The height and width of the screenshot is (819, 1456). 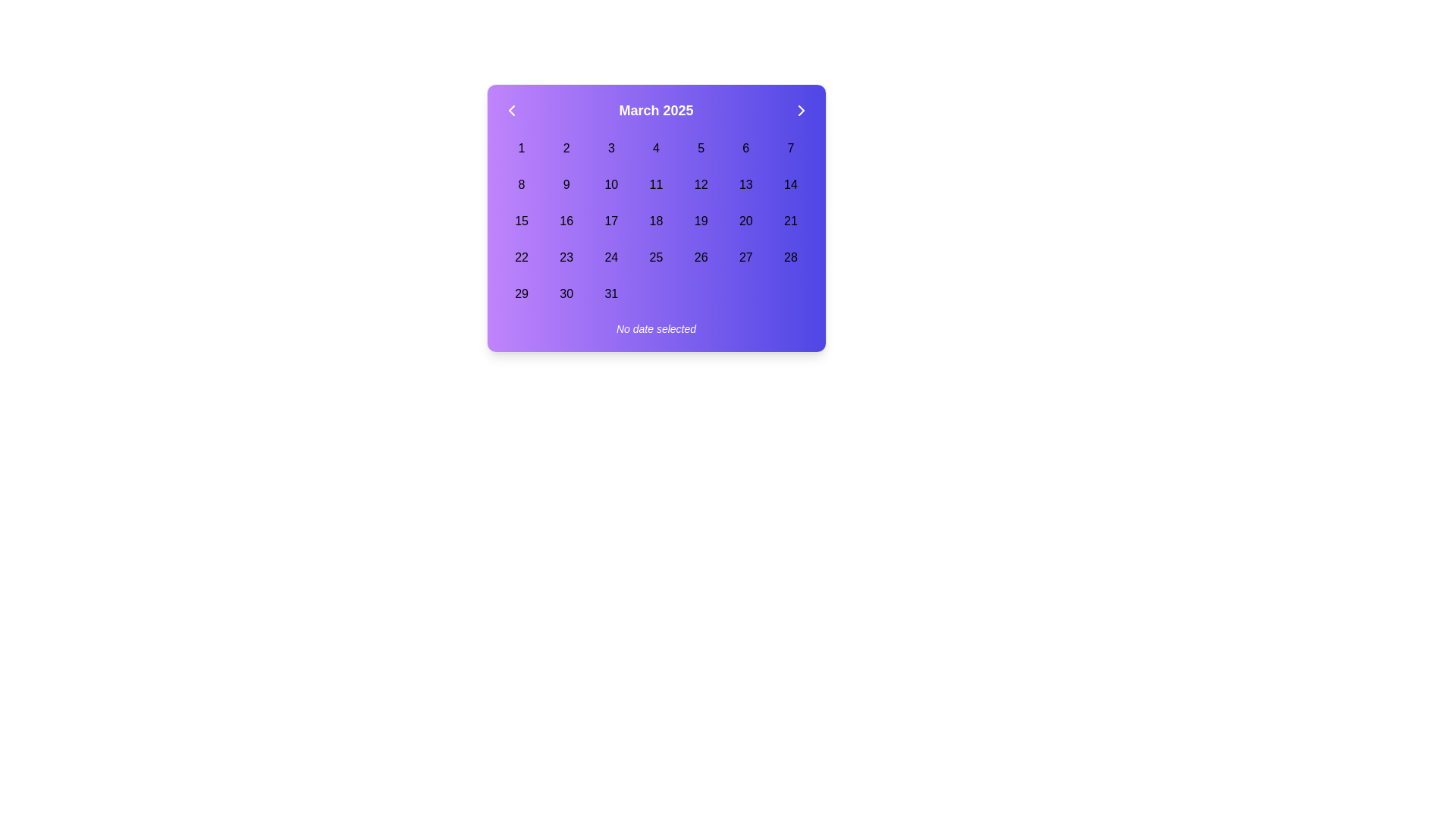 What do you see at coordinates (521, 221) in the screenshot?
I see `the circular button with a violet background and the text '15' centered within, located` at bounding box center [521, 221].